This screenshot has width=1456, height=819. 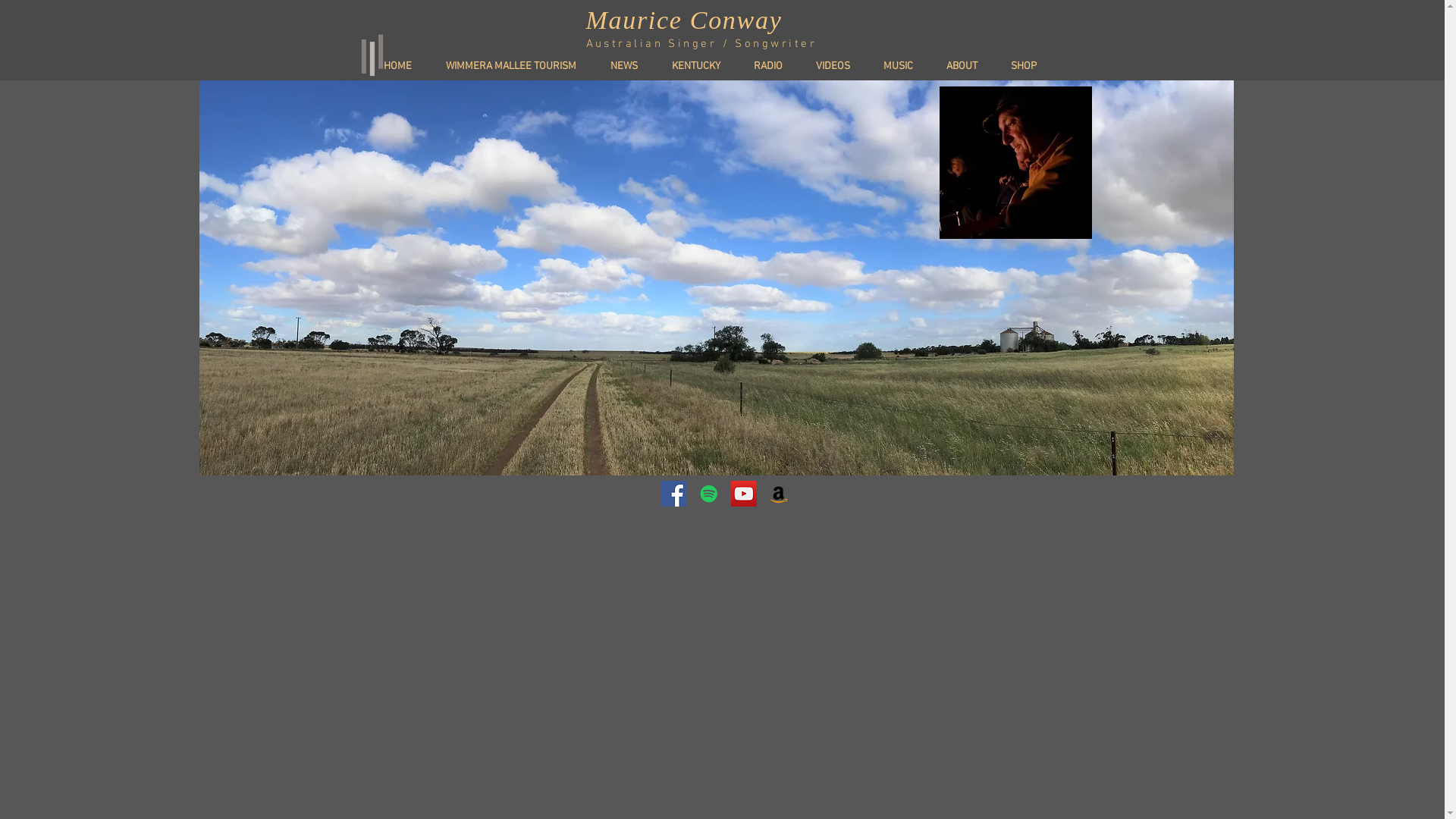 What do you see at coordinates (1030, 66) in the screenshot?
I see `'SHOP'` at bounding box center [1030, 66].